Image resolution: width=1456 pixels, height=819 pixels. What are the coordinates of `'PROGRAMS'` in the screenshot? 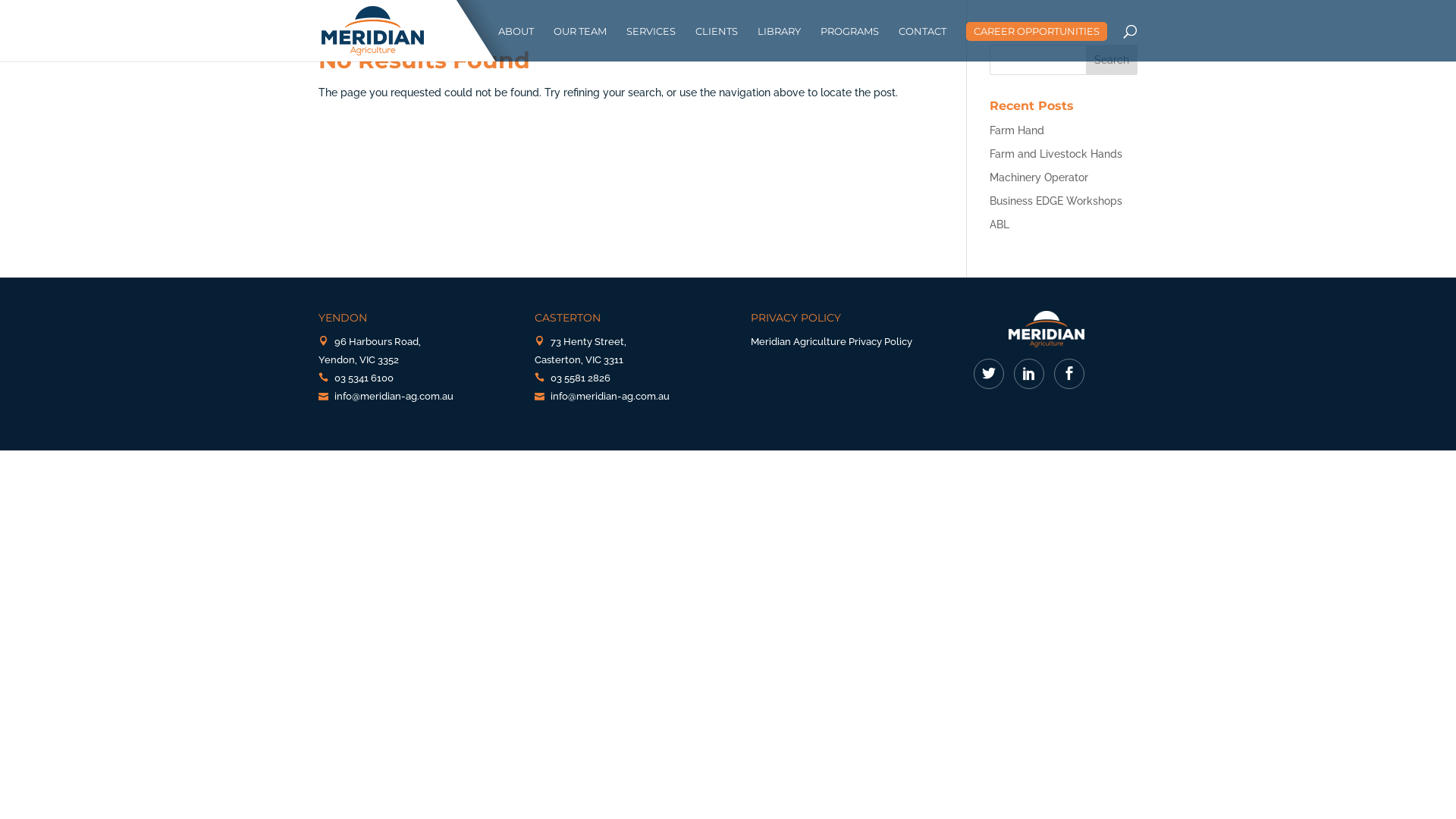 It's located at (819, 42).